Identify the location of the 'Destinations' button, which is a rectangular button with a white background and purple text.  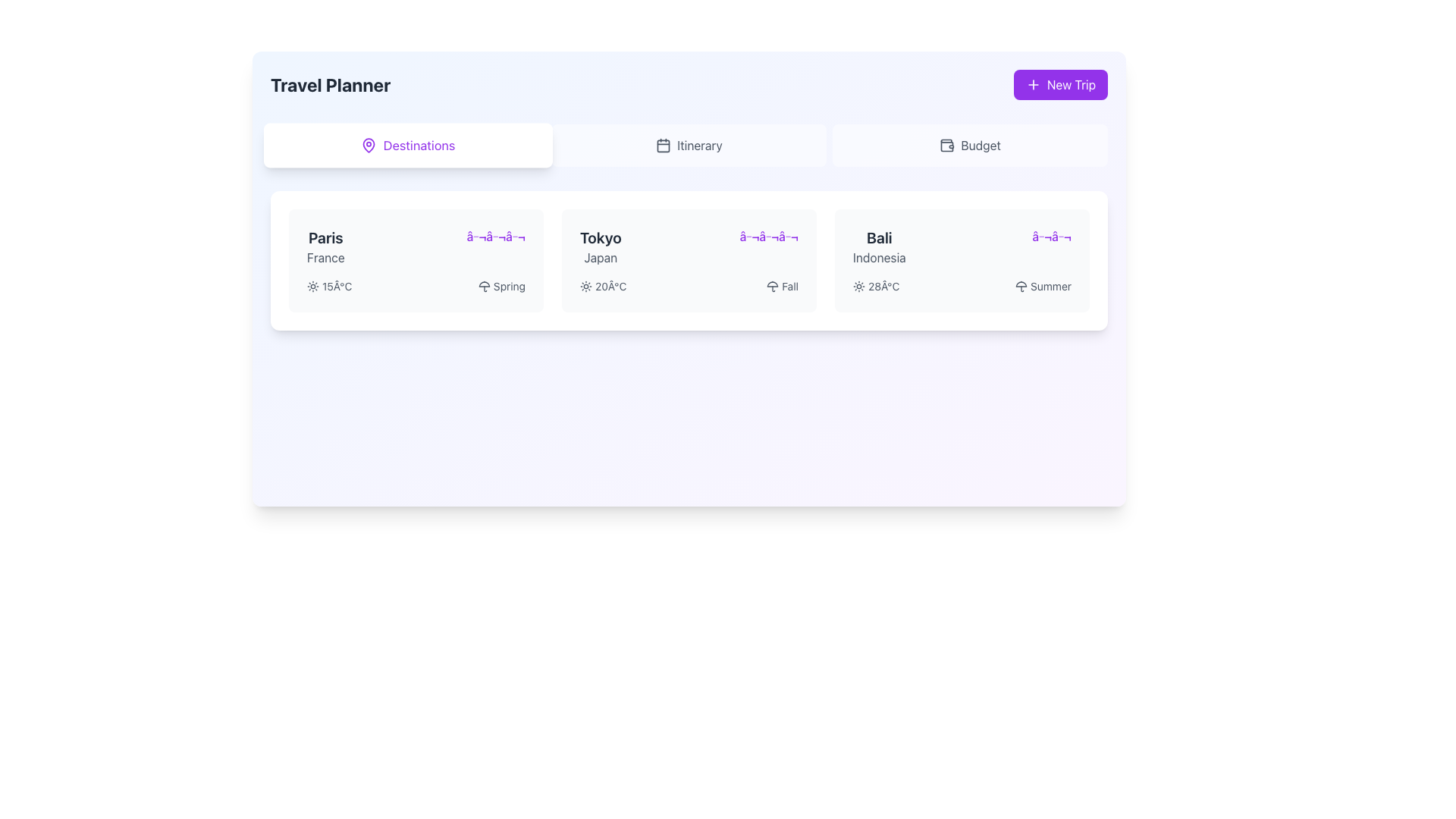
(408, 146).